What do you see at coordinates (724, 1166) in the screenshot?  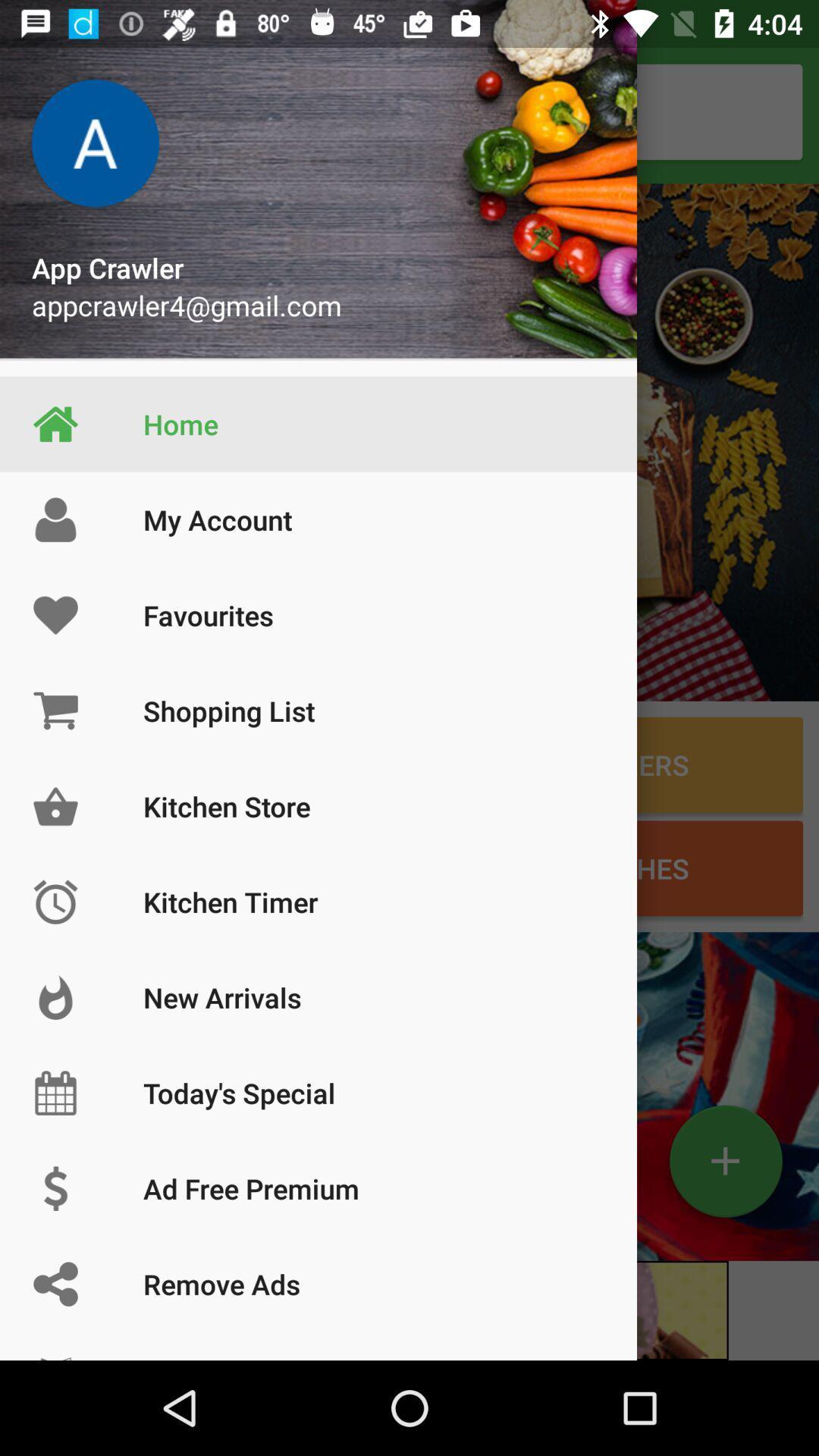 I see `the add icon` at bounding box center [724, 1166].